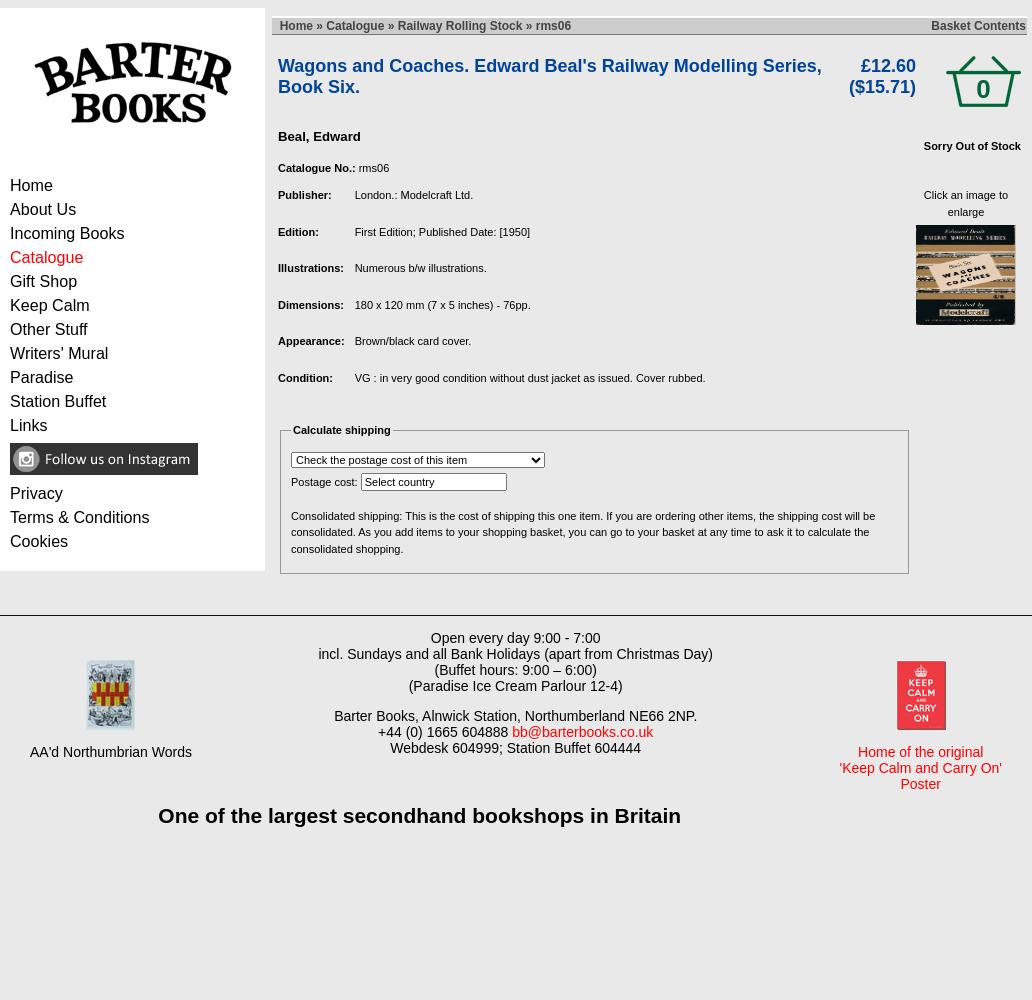 The width and height of the screenshot is (1032, 1000). I want to click on 'Incoming Books', so click(66, 232).